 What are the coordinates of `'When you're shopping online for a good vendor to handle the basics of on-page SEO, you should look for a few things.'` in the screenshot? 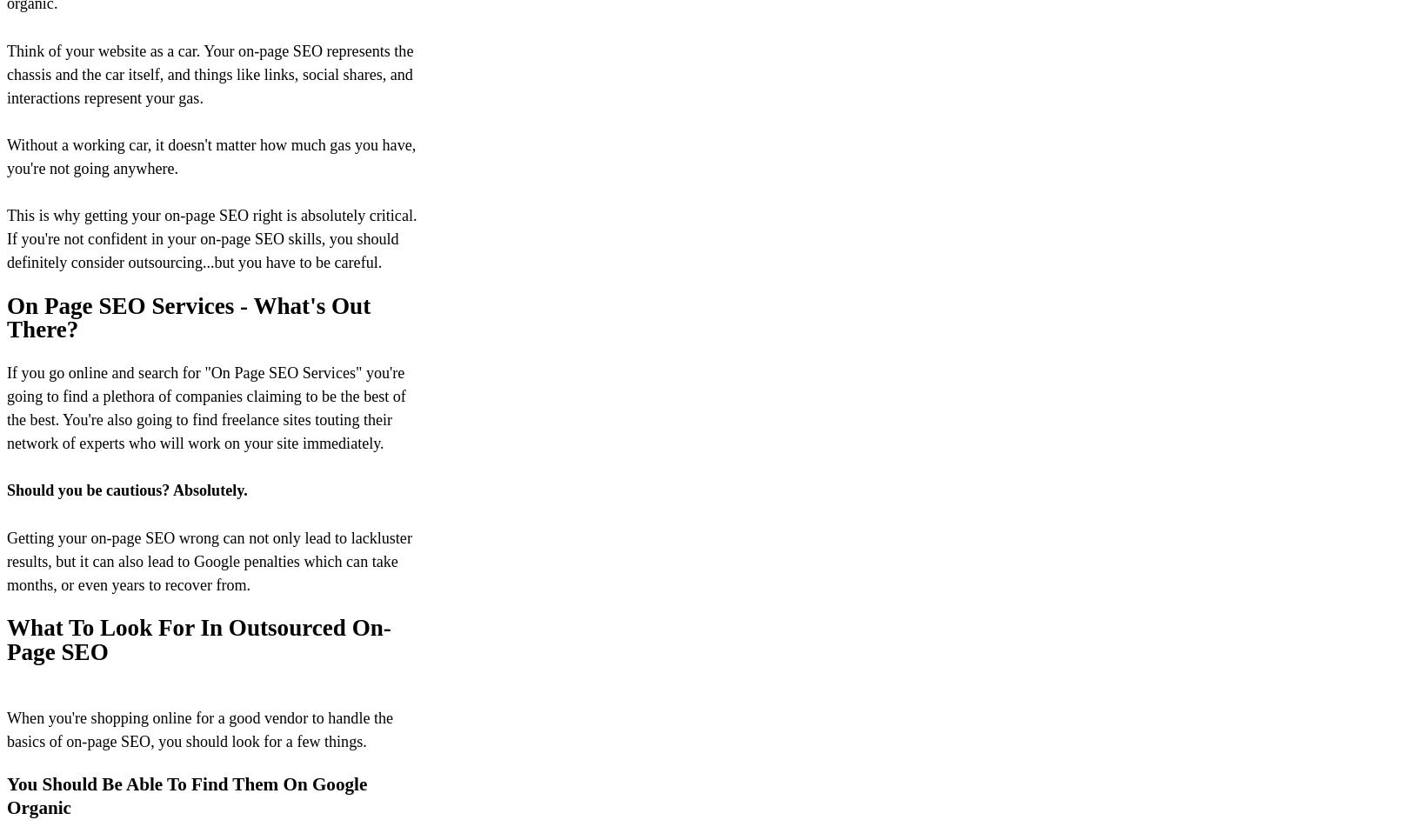 It's located at (200, 729).